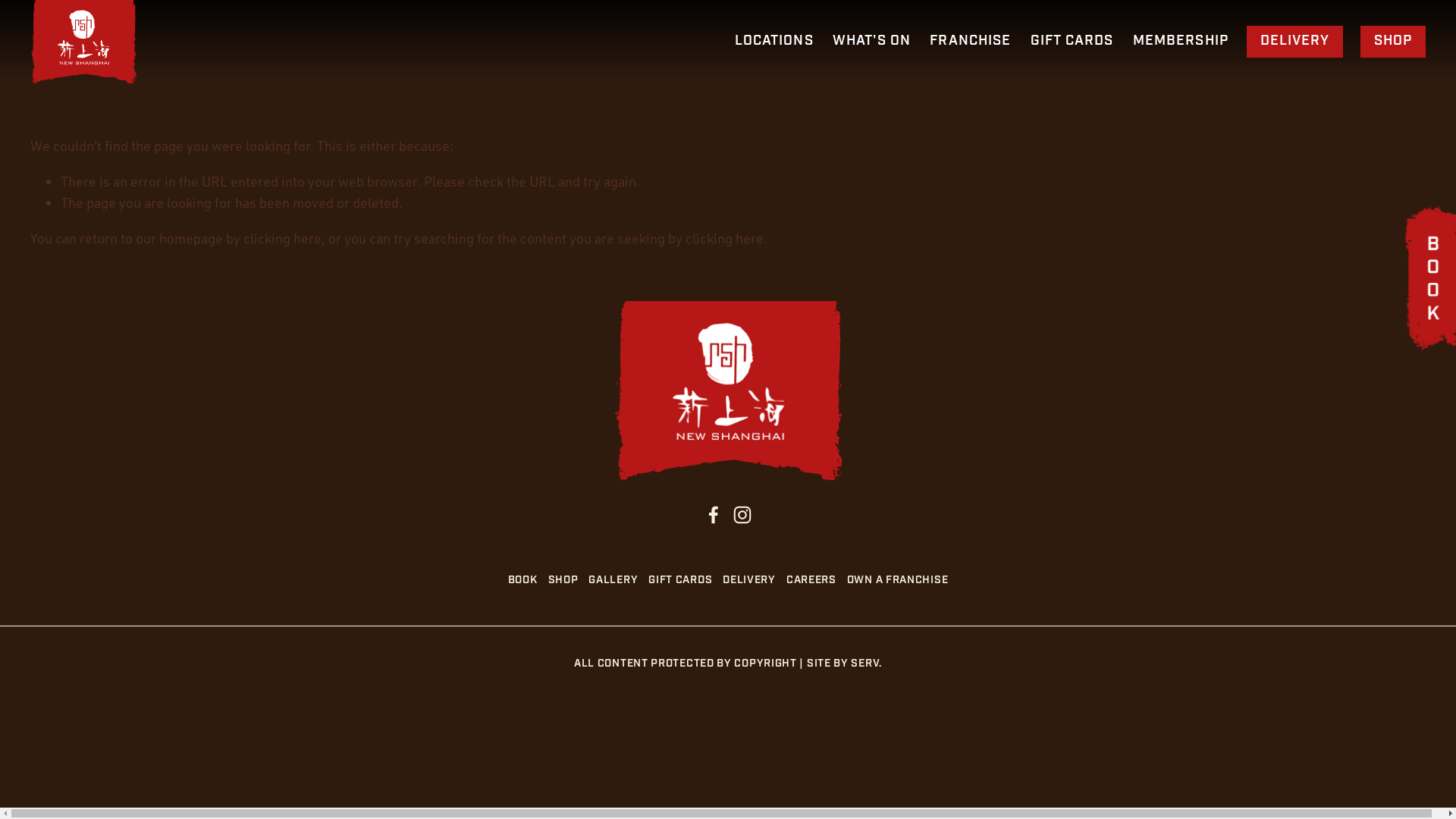 This screenshot has width=1456, height=819. Describe the element at coordinates (1179, 40) in the screenshot. I see `'MEMBERSHIP'` at that location.